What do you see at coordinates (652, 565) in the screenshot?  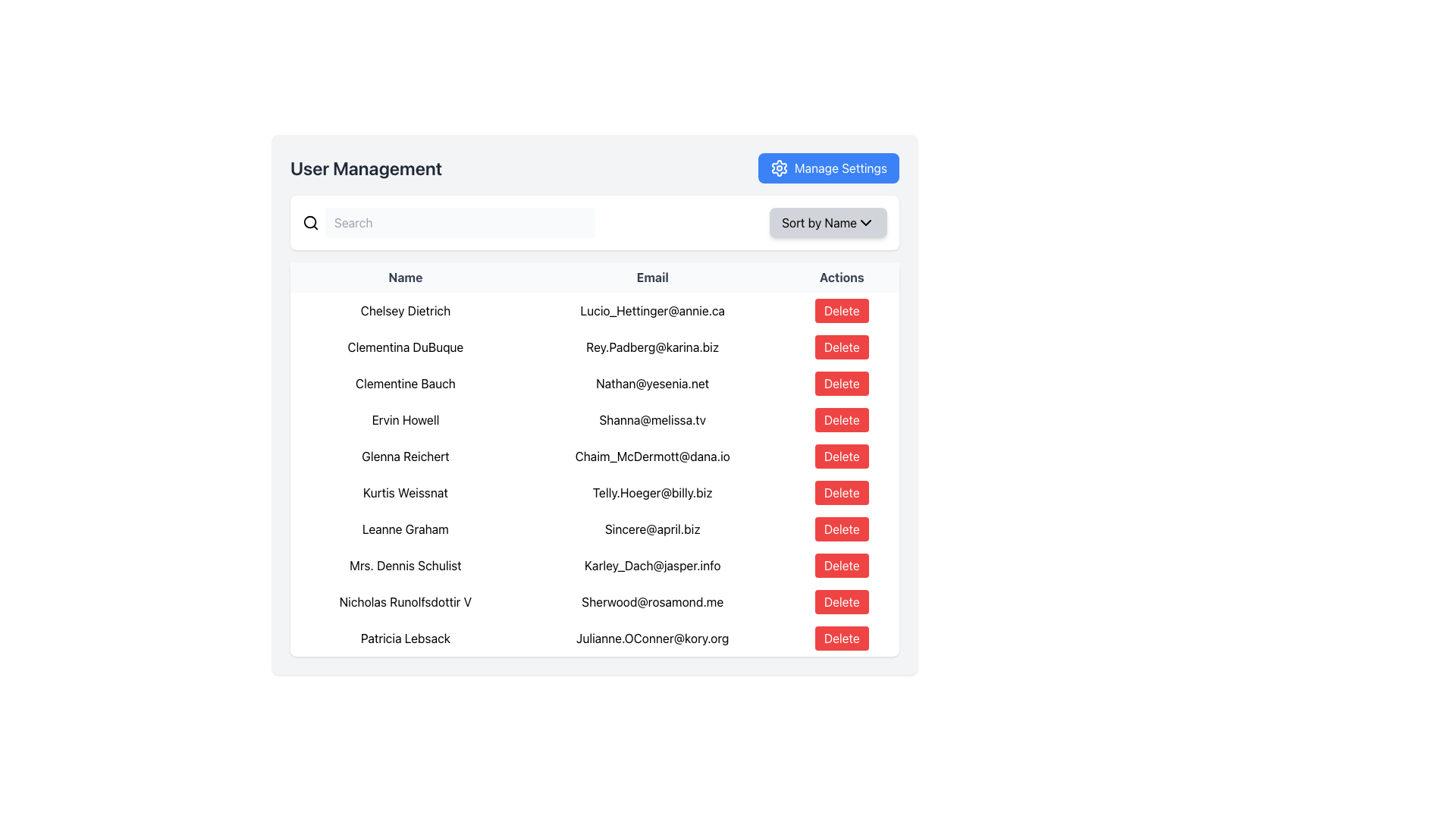 I see `the email address display for user 'Mrs. Dennis Schulist' in the middle column of the row, which is part of the table under the 'Email' section` at bounding box center [652, 565].